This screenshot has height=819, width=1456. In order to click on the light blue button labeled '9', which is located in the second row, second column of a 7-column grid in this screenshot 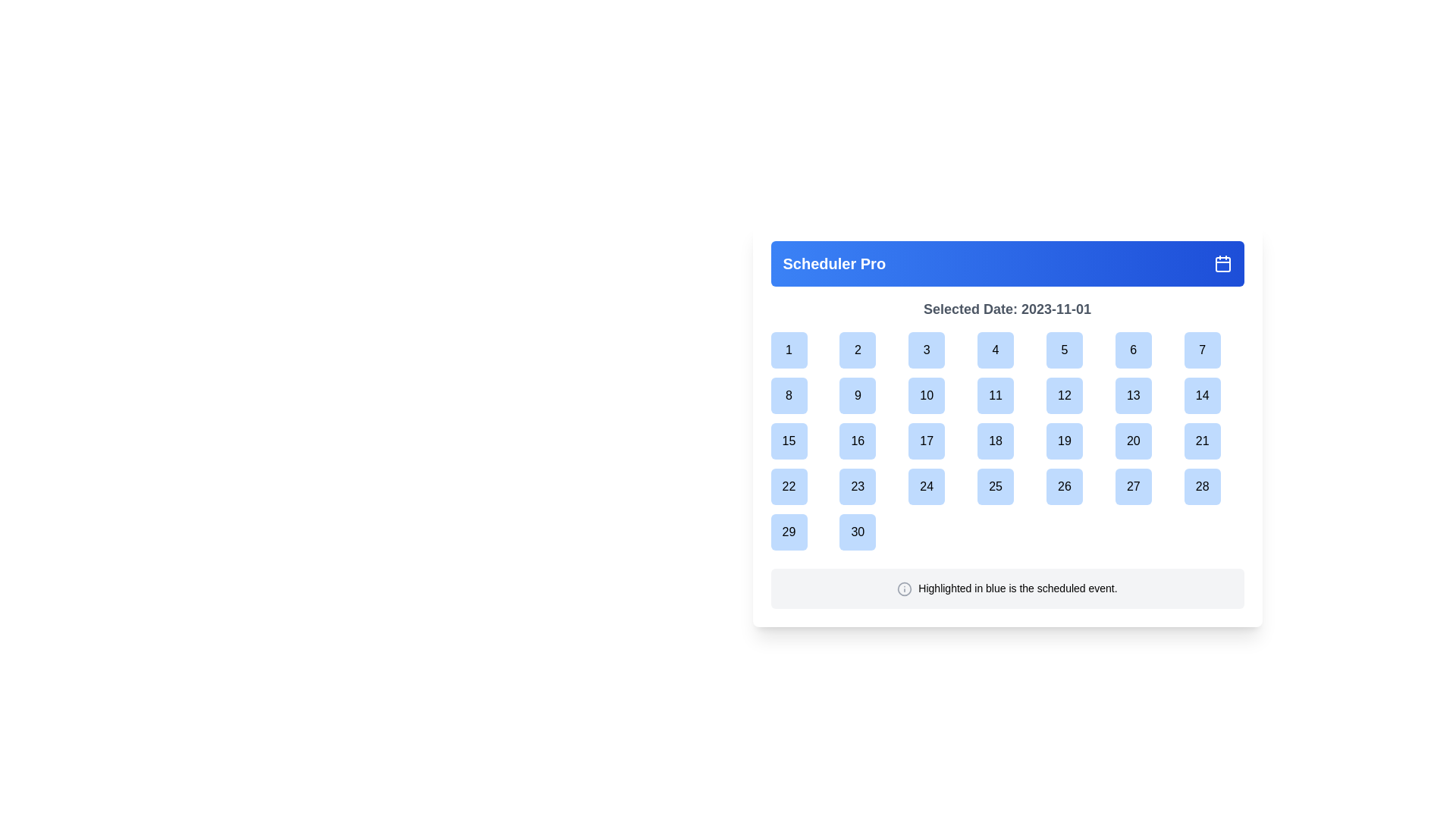, I will do `click(869, 394)`.